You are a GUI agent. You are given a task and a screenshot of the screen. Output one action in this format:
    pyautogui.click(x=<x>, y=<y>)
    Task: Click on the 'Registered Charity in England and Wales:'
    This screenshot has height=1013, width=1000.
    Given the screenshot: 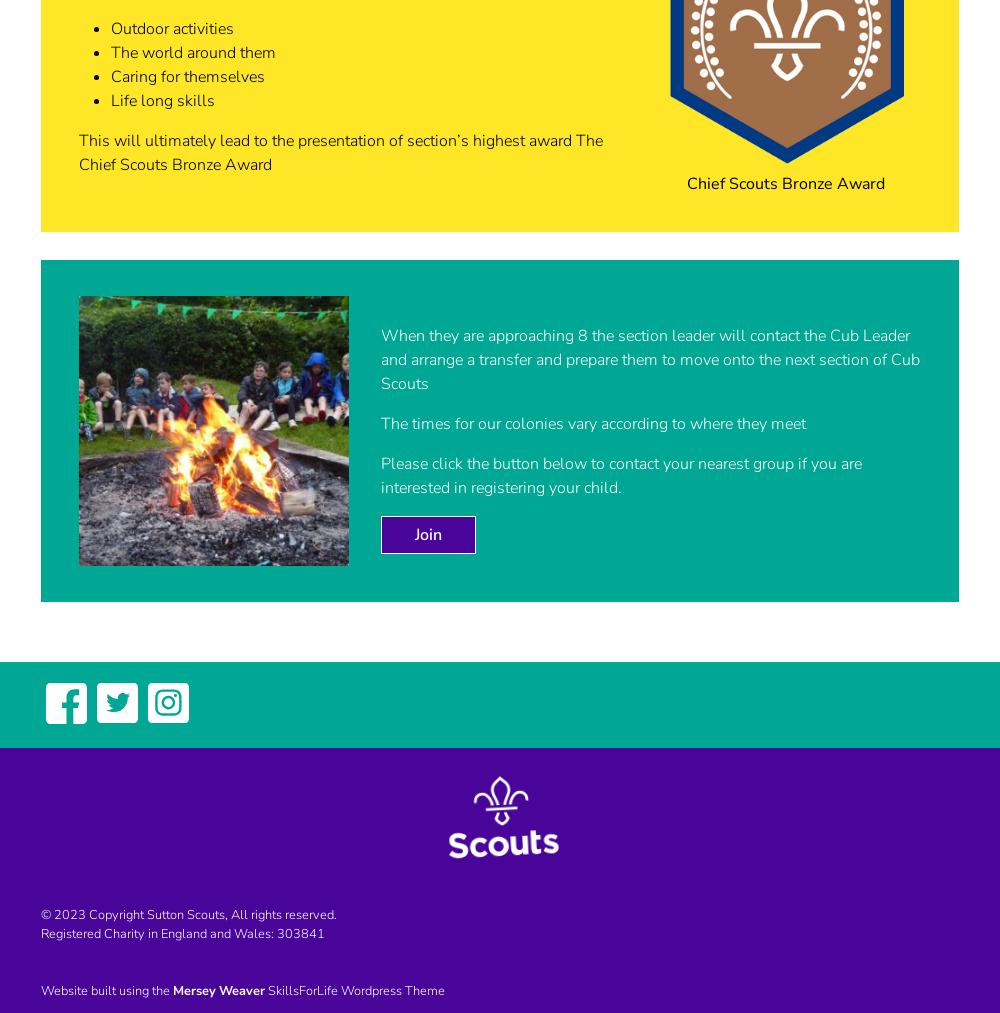 What is the action you would take?
    pyautogui.click(x=159, y=932)
    